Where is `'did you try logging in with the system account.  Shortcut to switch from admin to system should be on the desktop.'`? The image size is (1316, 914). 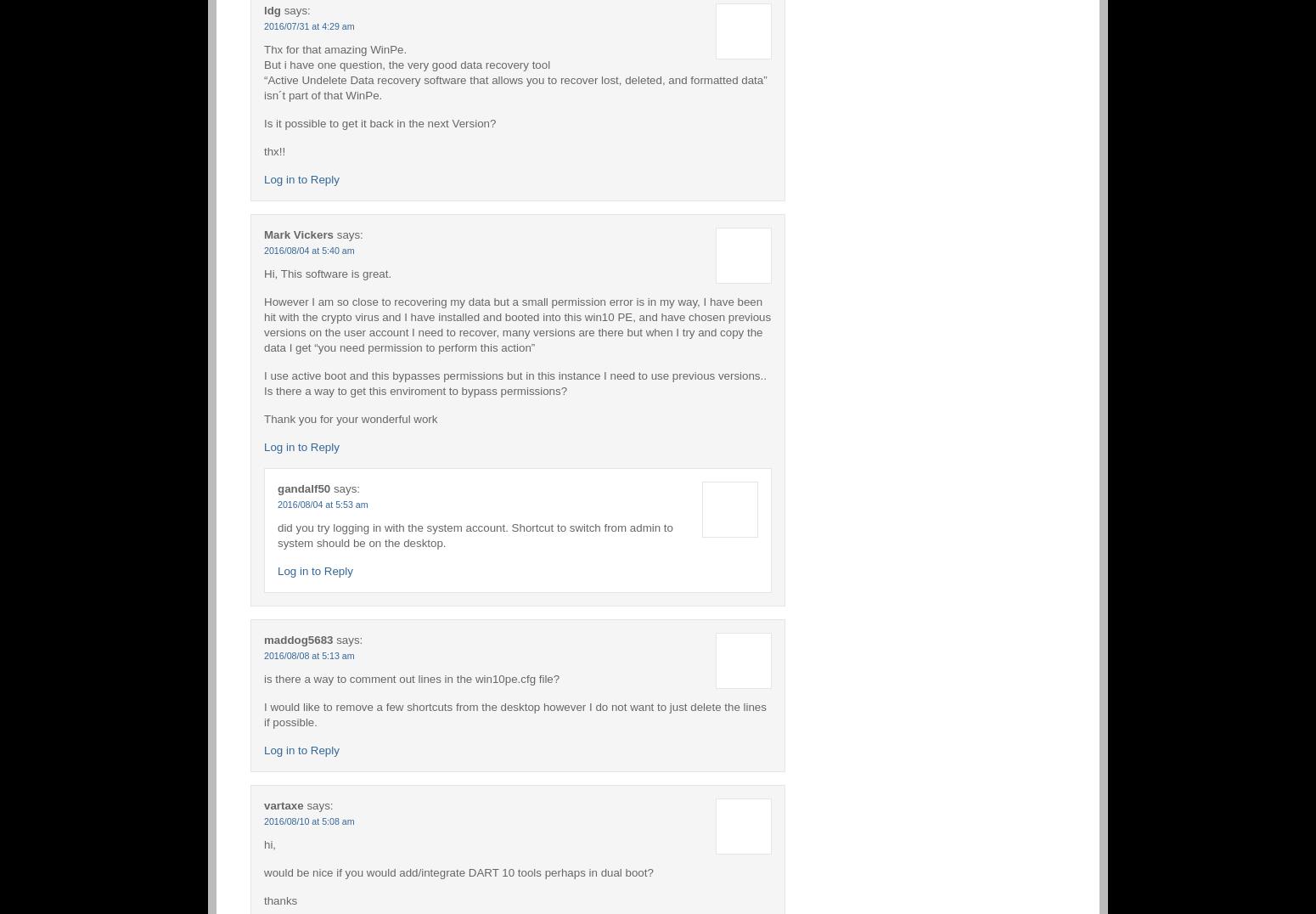 'did you try logging in with the system account.  Shortcut to switch from admin to system should be on the desktop.' is located at coordinates (277, 533).